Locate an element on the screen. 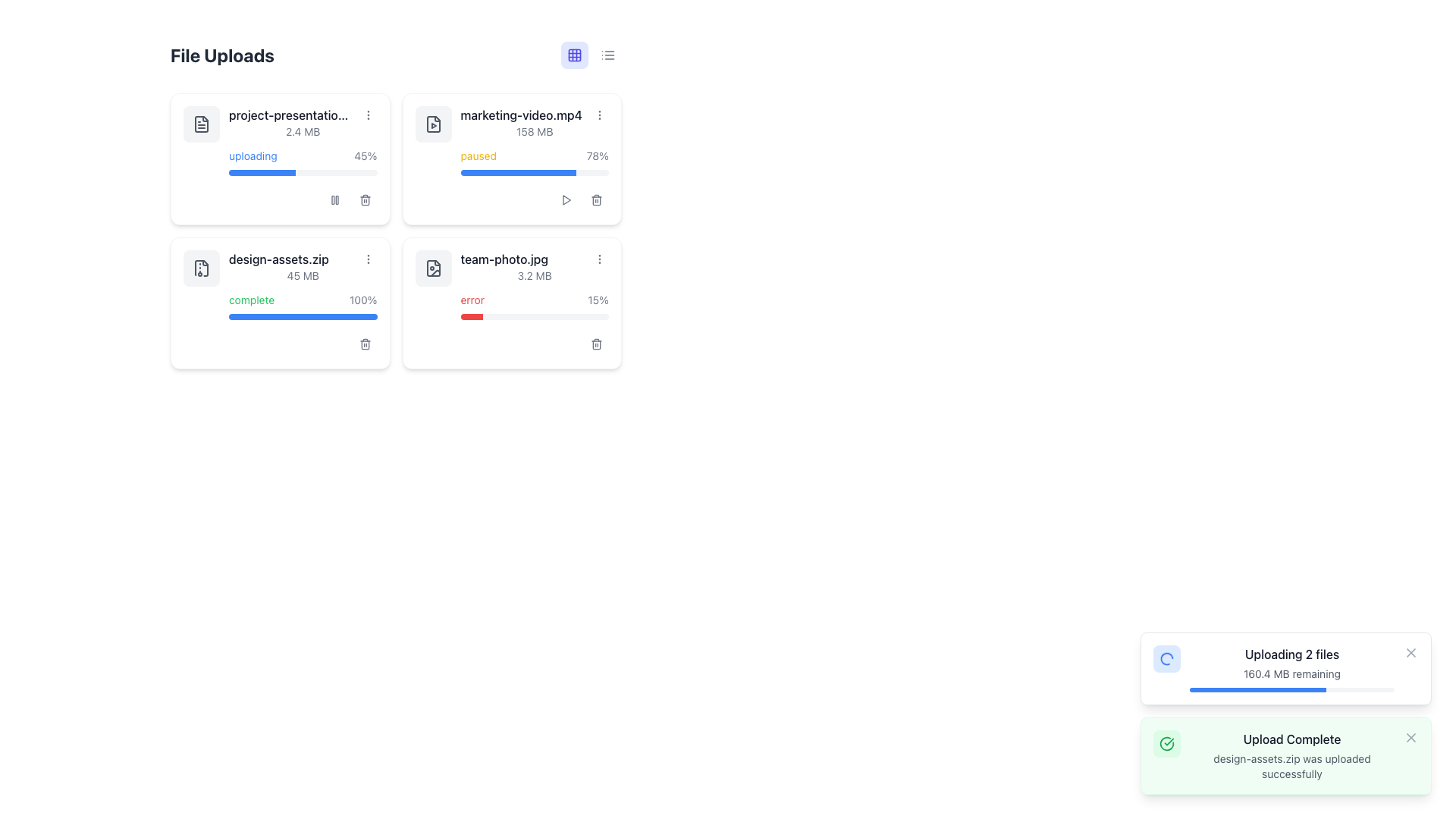 The height and width of the screenshot is (819, 1456). the 'X' icon in the top-right corner of the notification component is located at coordinates (1410, 736).